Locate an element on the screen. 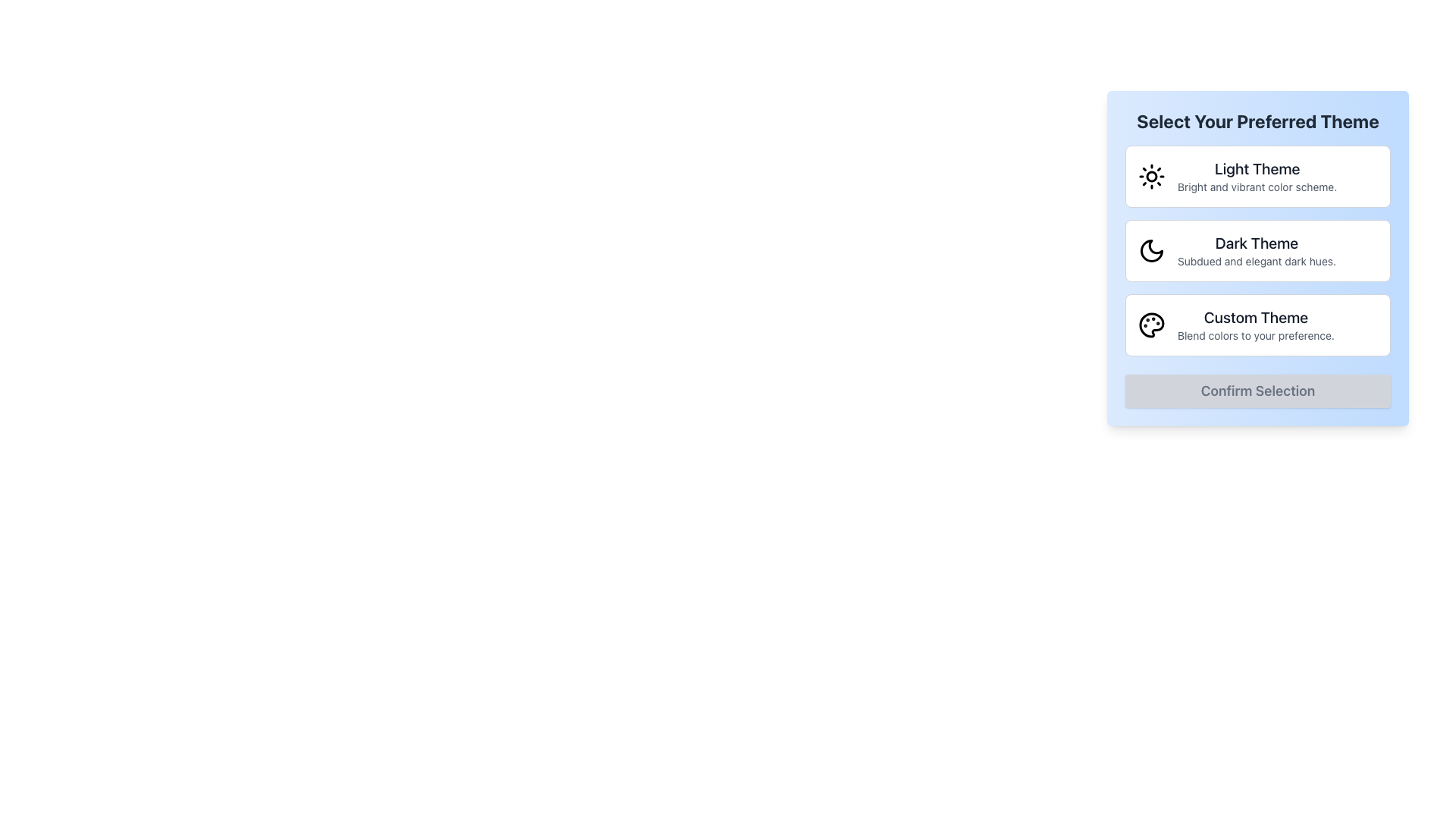  the 'Dark Theme' selectable list item, which is the second option in a vertical list of three themes is located at coordinates (1258, 250).